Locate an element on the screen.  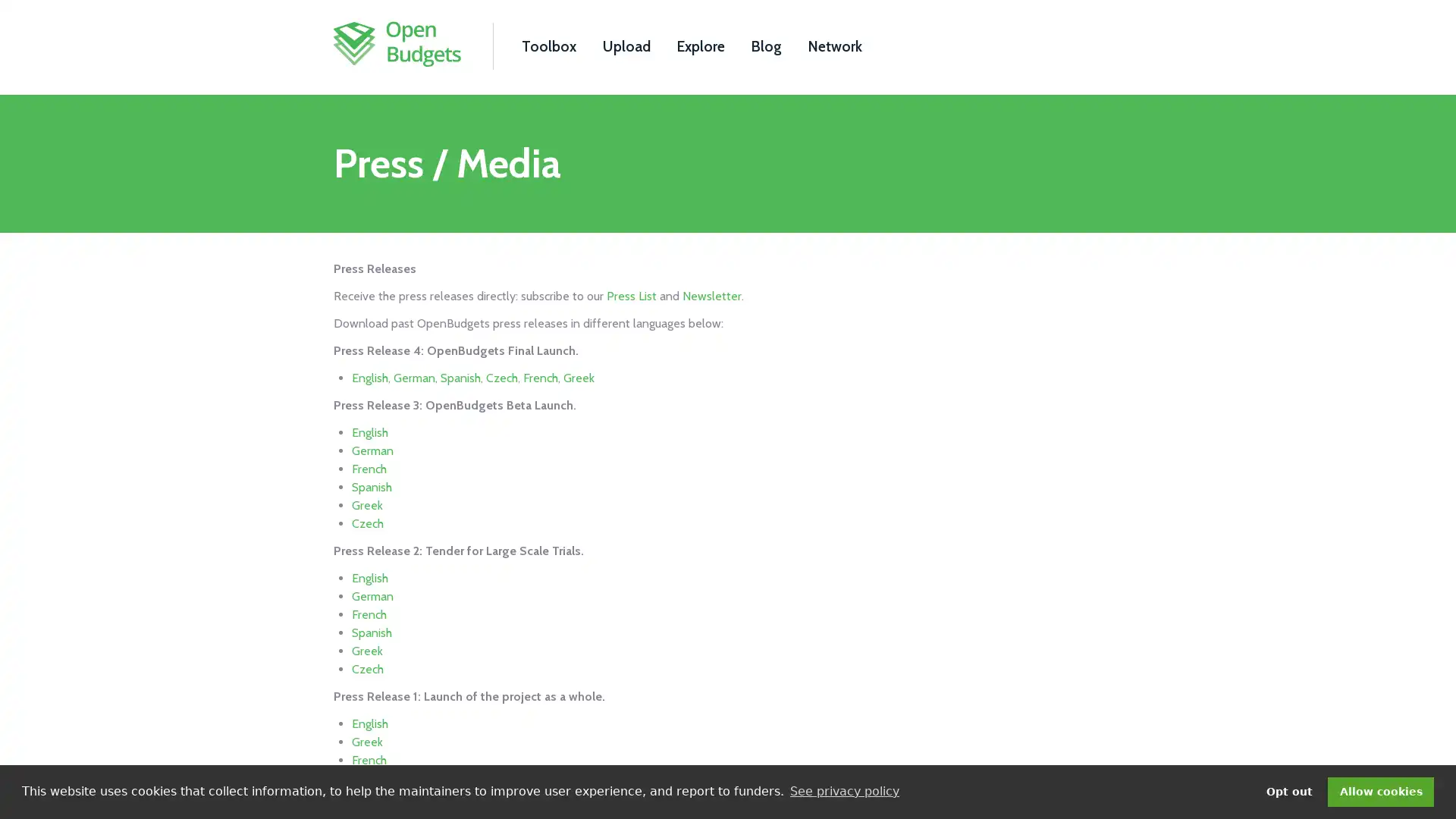
deny cookies is located at coordinates (1288, 791).